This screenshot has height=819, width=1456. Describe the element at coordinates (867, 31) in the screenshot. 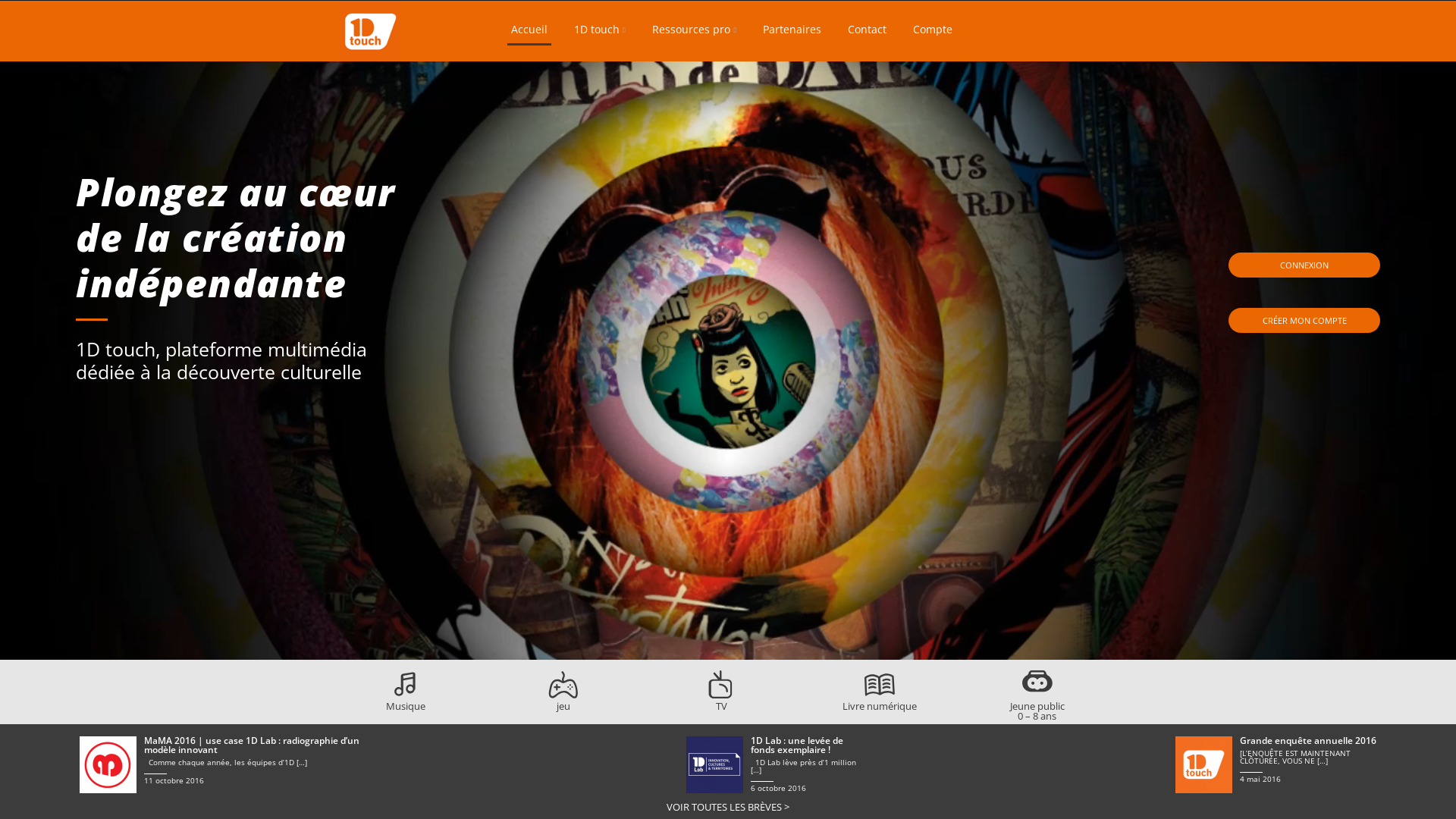

I see `'Contact'` at that location.